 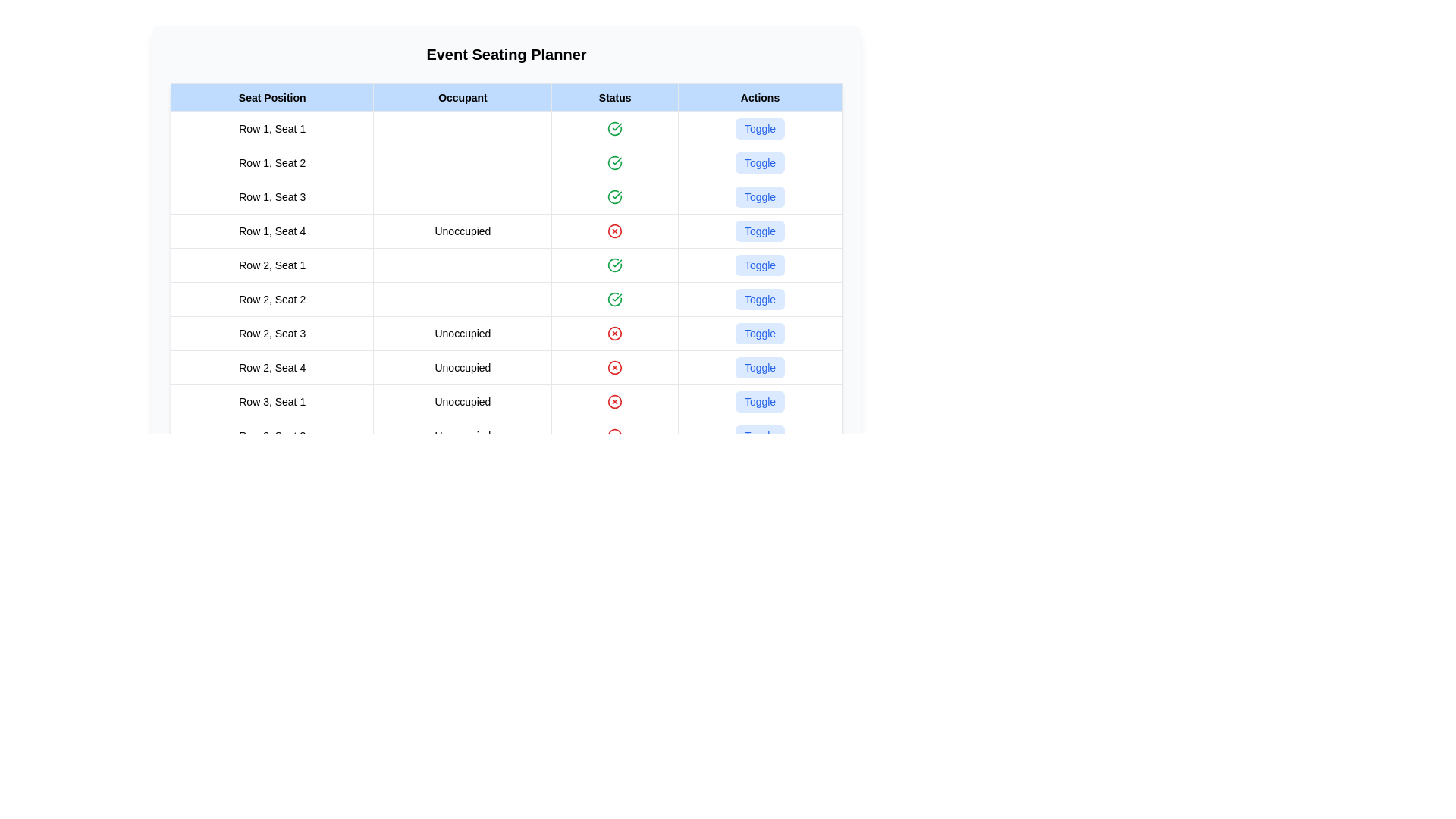 I want to click on the toggle button in the 'Actions' column of 'Row 2, Seat 2', so click(x=760, y=299).